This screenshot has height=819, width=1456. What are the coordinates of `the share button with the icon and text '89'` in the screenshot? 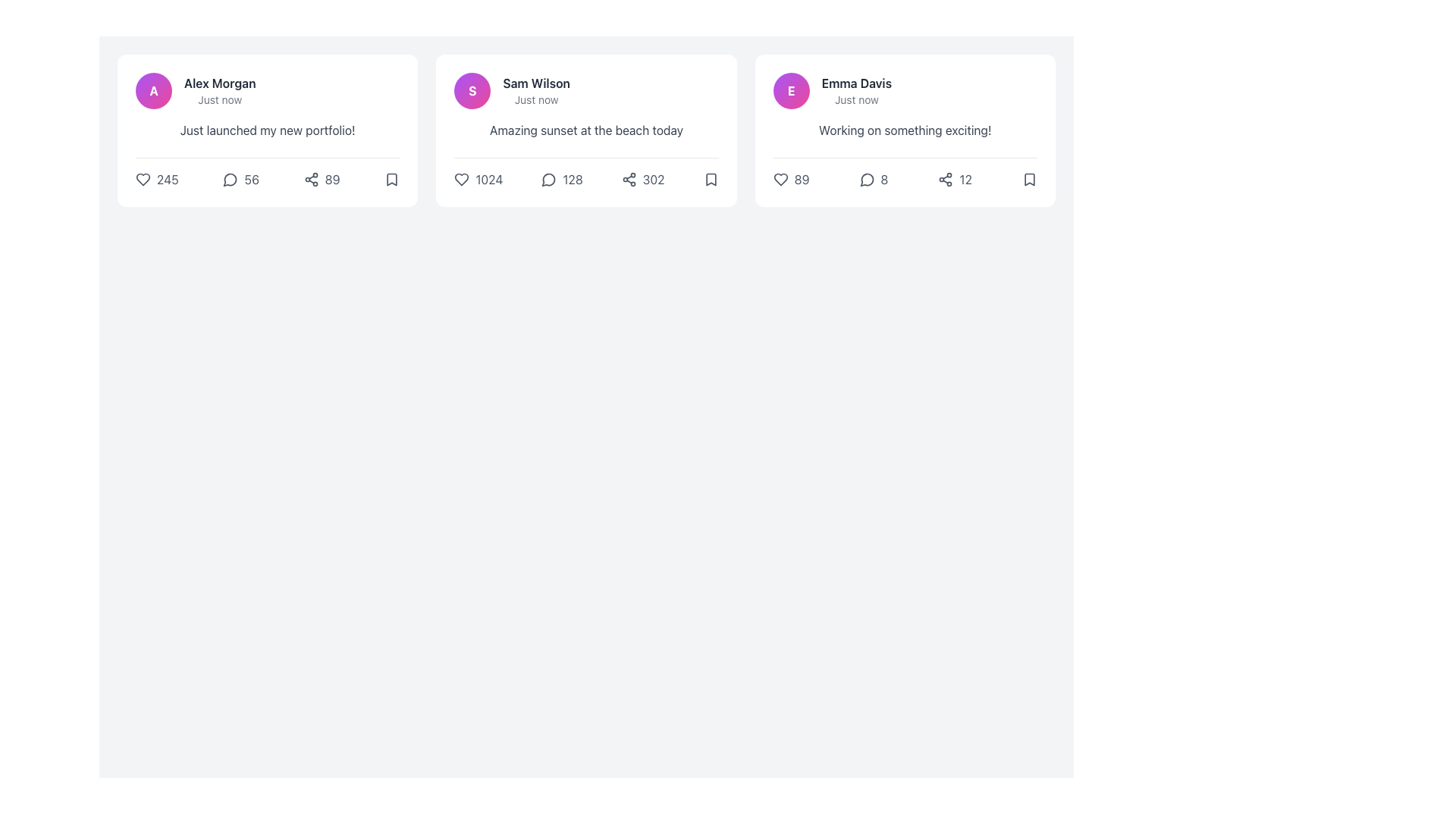 It's located at (321, 178).